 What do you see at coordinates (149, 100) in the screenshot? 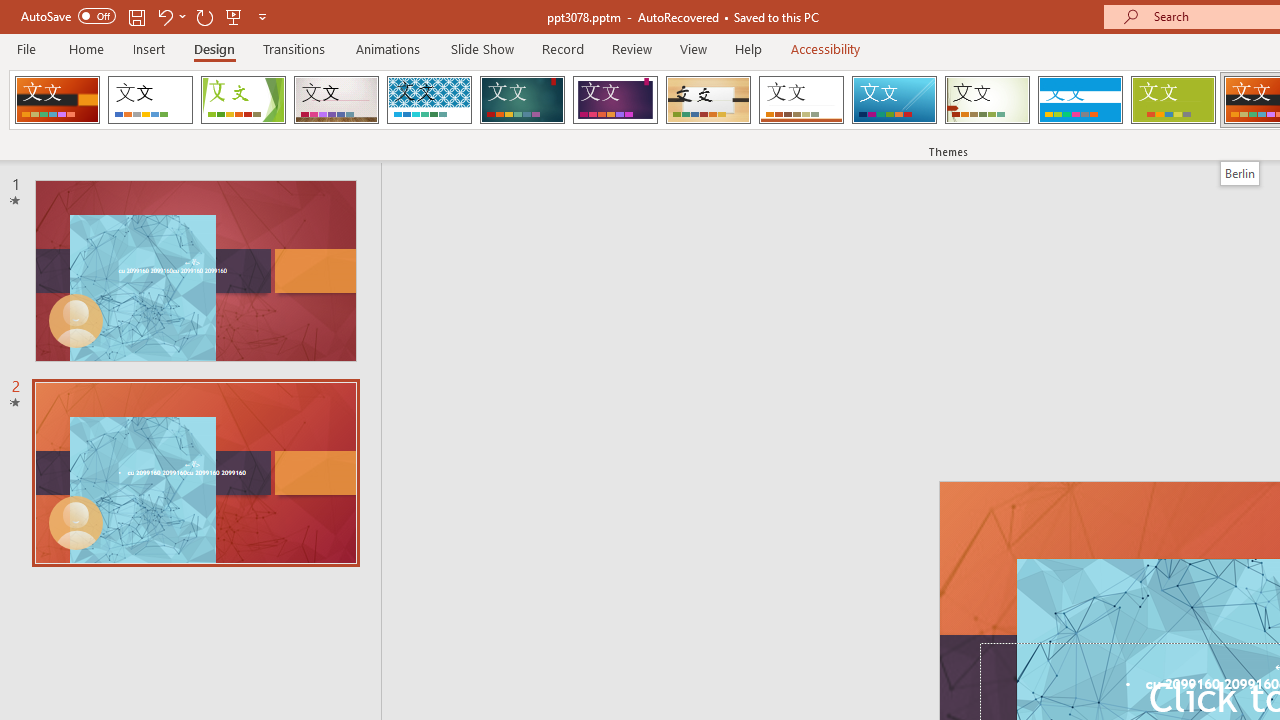
I see `'Office Theme'` at bounding box center [149, 100].